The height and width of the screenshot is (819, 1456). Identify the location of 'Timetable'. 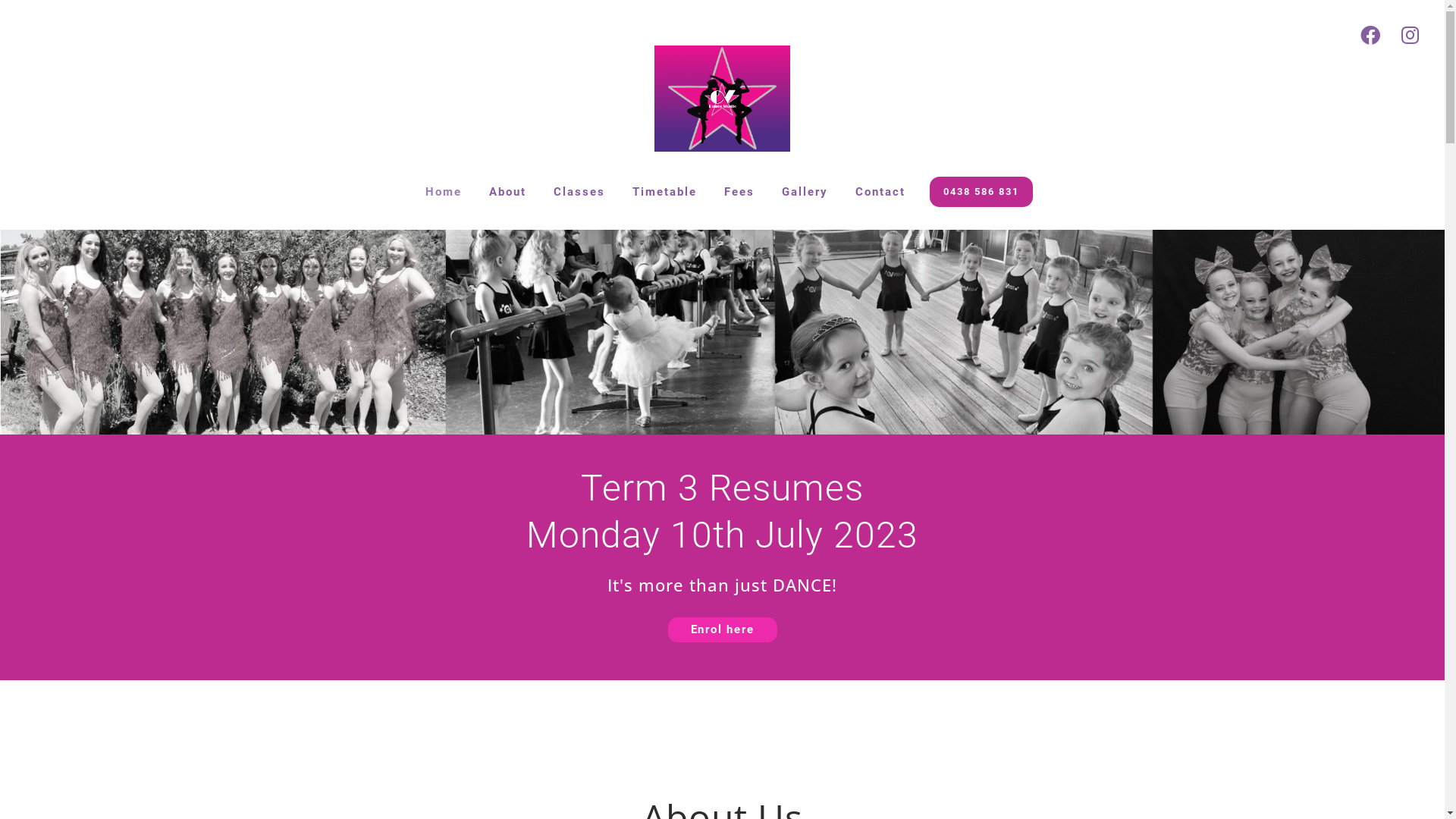
(619, 191).